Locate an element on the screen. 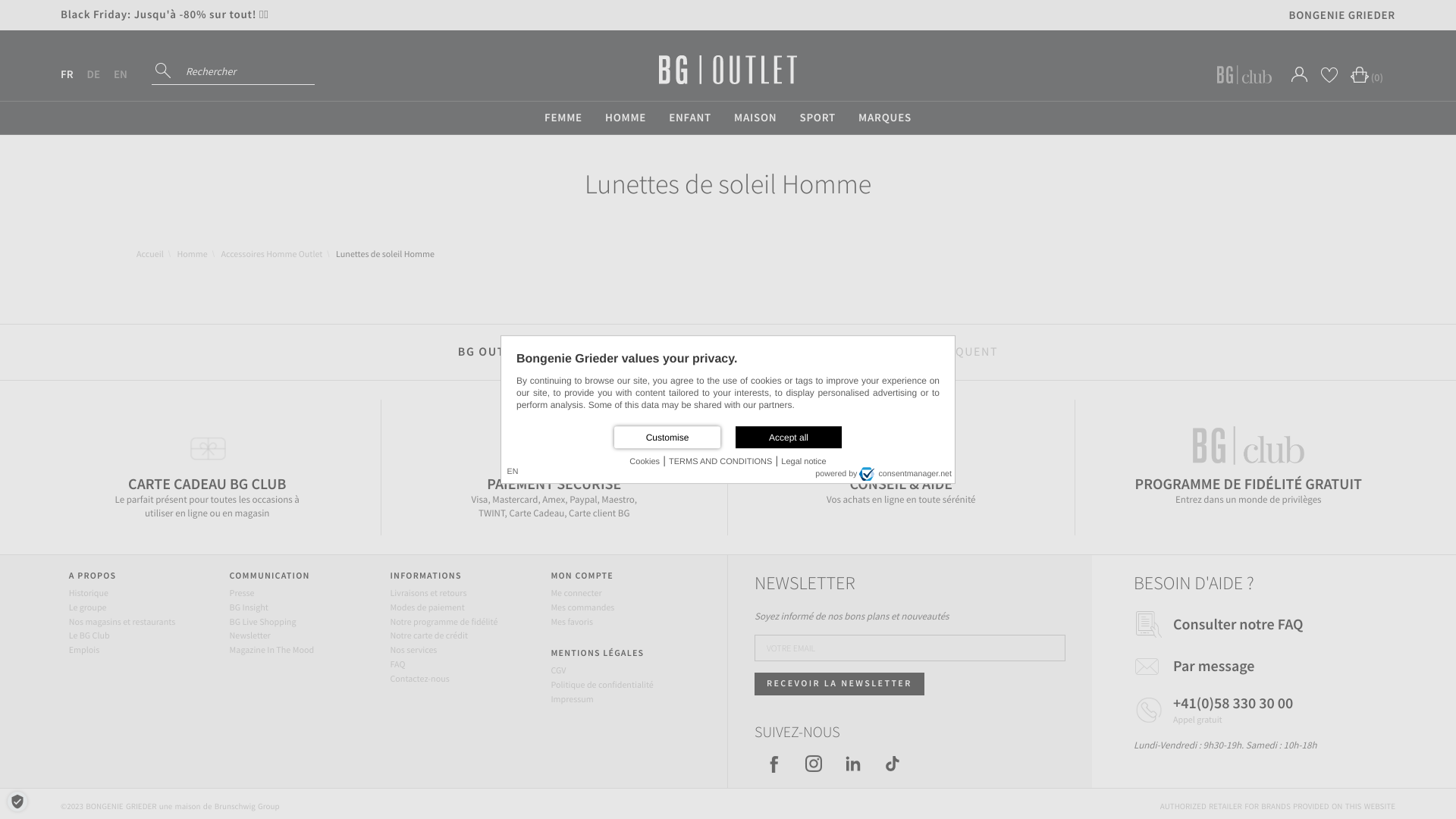  'MARQUES' is located at coordinates (884, 117).